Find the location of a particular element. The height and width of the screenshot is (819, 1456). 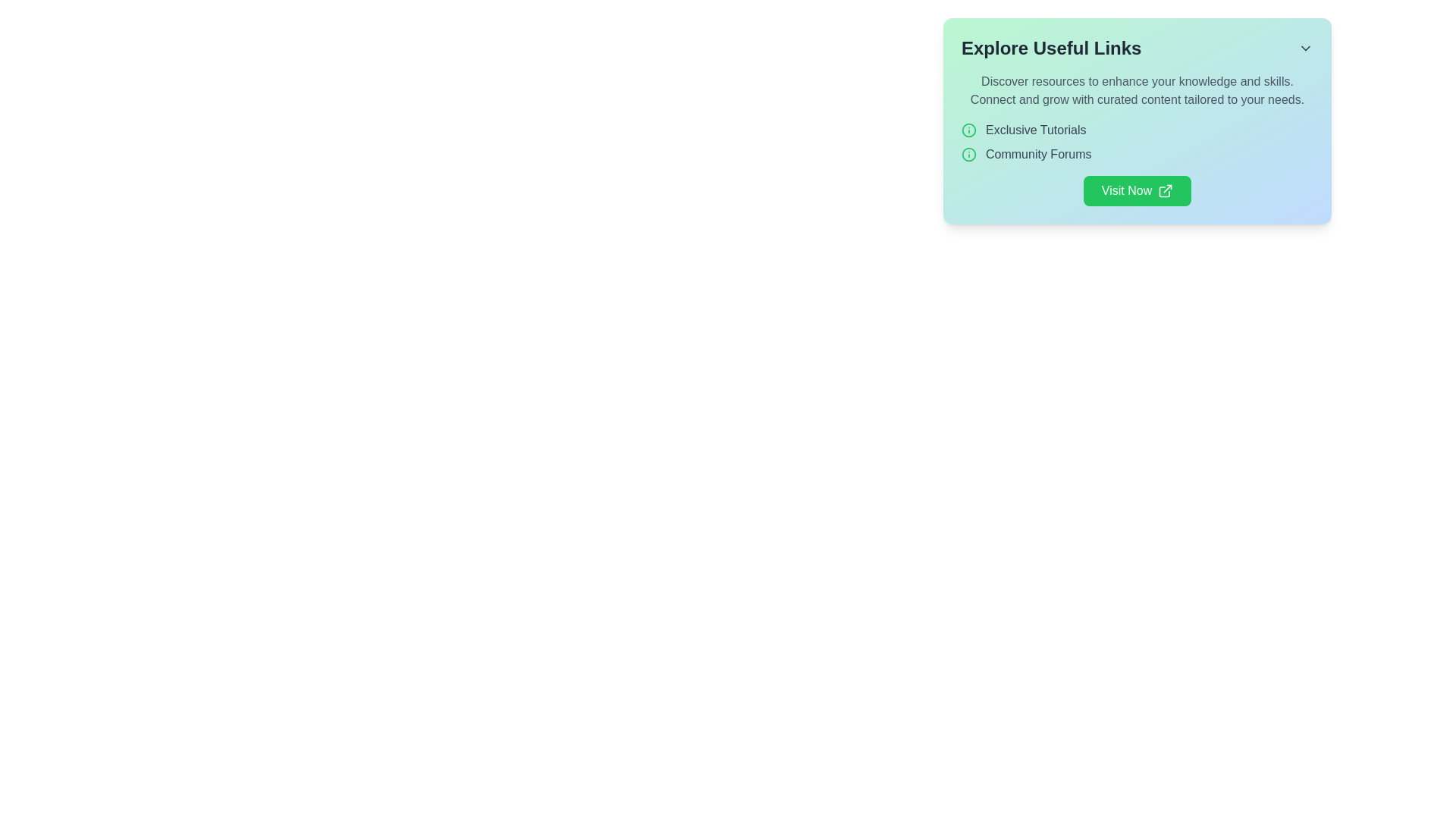

the external link icon, which is a small arrow pointing outwards from a box, located at the right end of the green 'Visit Now' button in the 'Explore Useful Links' panel is located at coordinates (1165, 190).